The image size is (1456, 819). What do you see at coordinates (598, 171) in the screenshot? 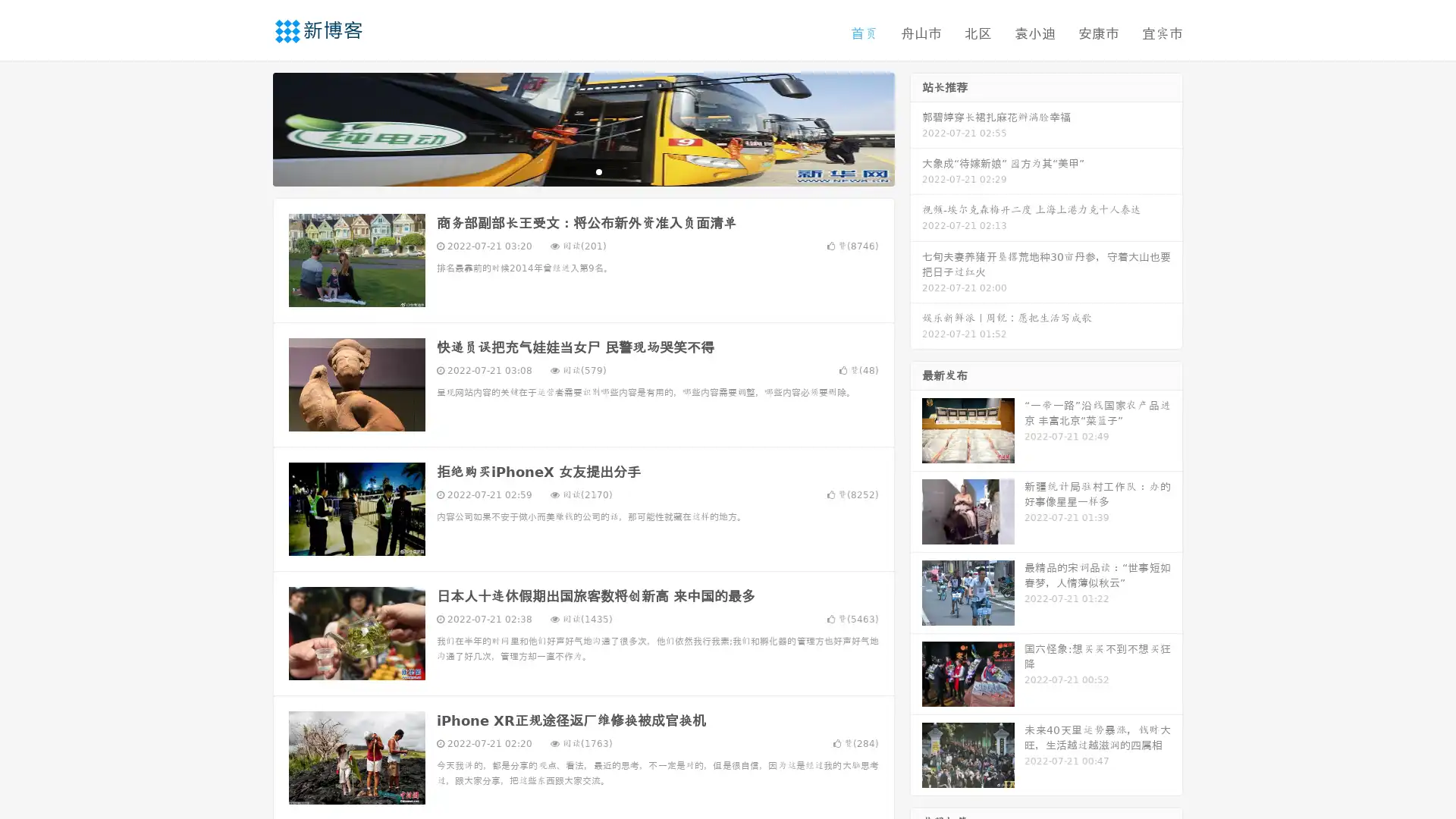
I see `Go to slide 3` at bounding box center [598, 171].